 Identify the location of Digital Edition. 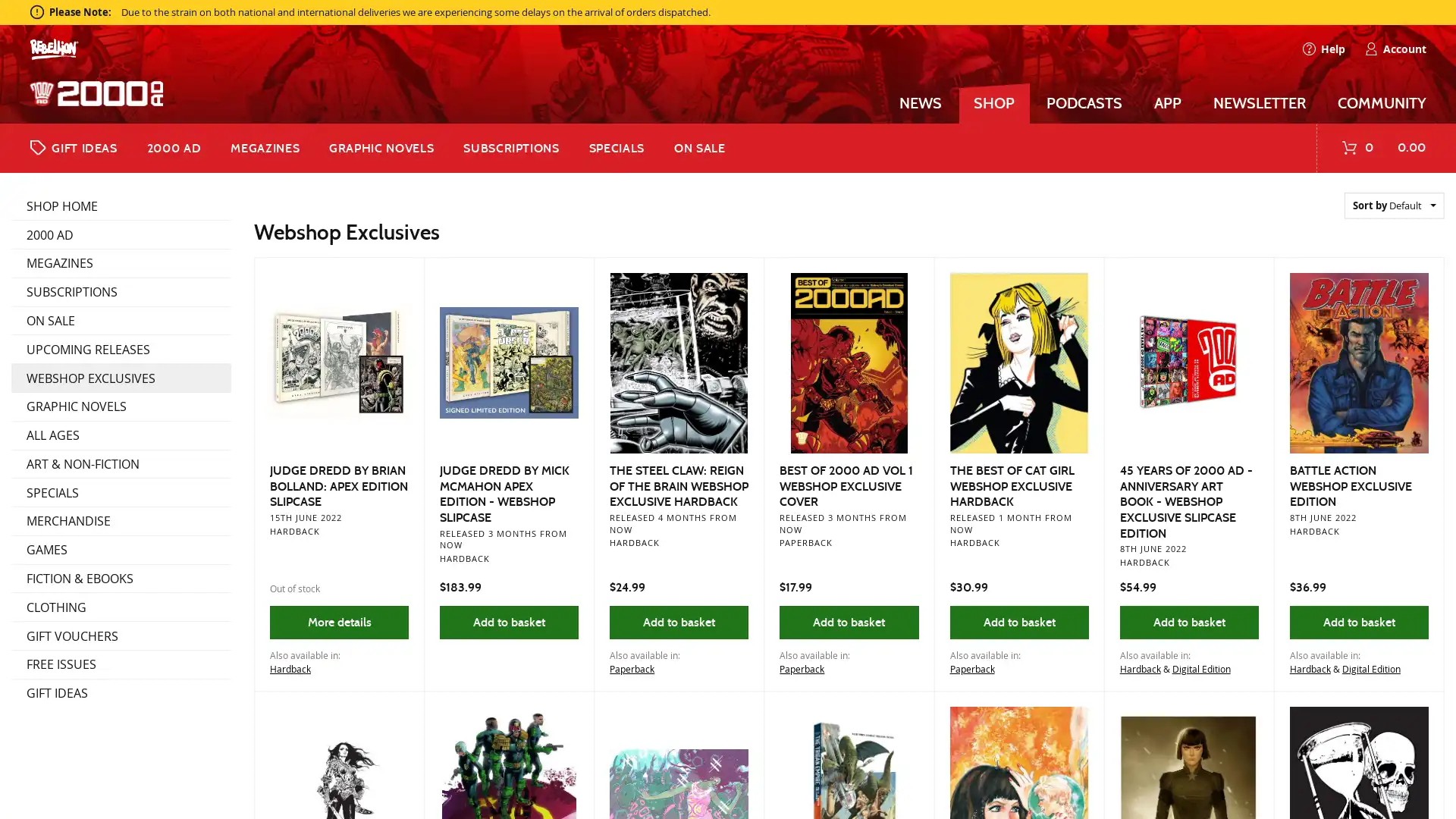
(1370, 668).